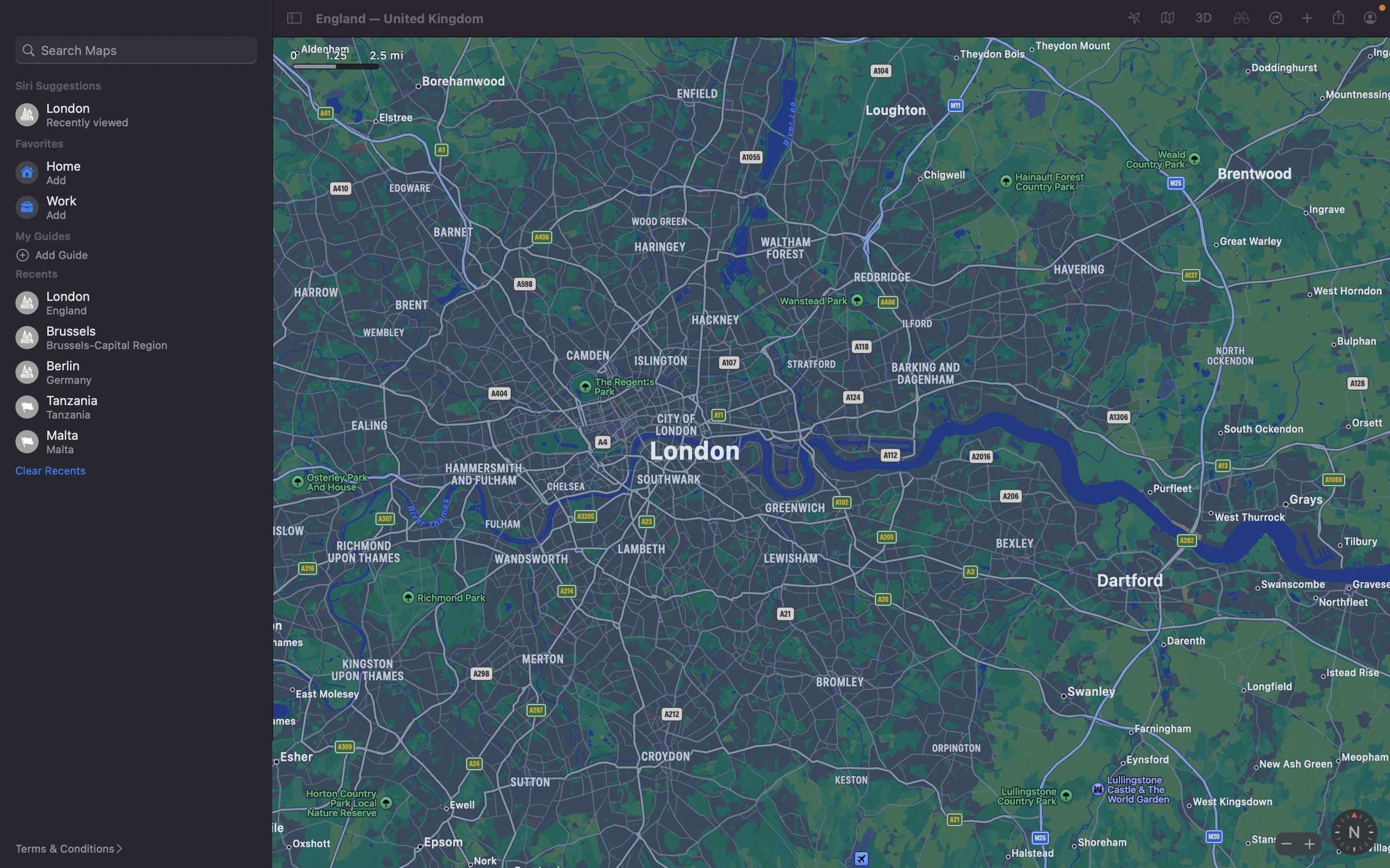  Describe the element at coordinates (1241, 18) in the screenshot. I see `Inspect the current map position` at that location.